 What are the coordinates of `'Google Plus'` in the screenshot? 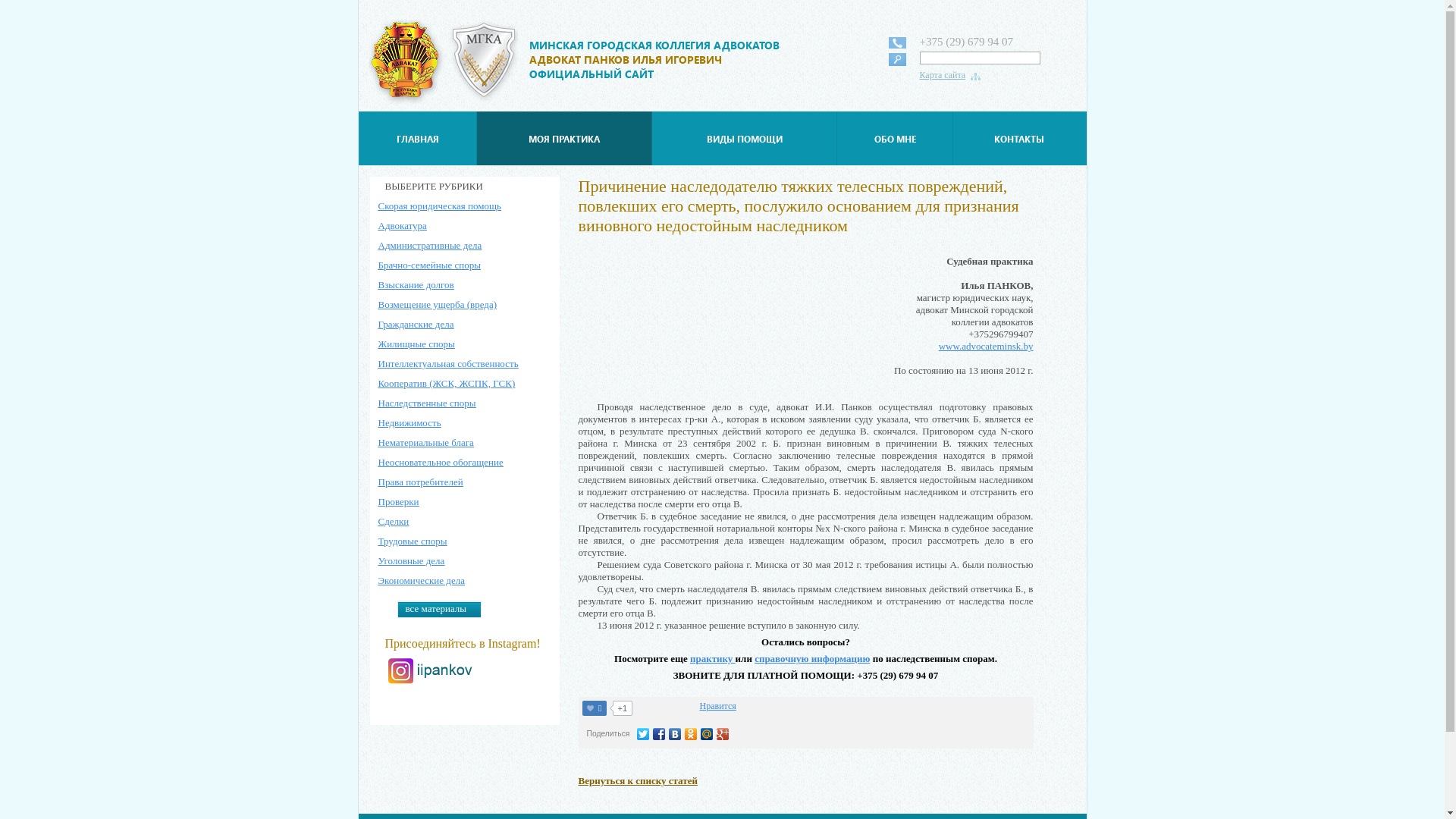 It's located at (722, 733).